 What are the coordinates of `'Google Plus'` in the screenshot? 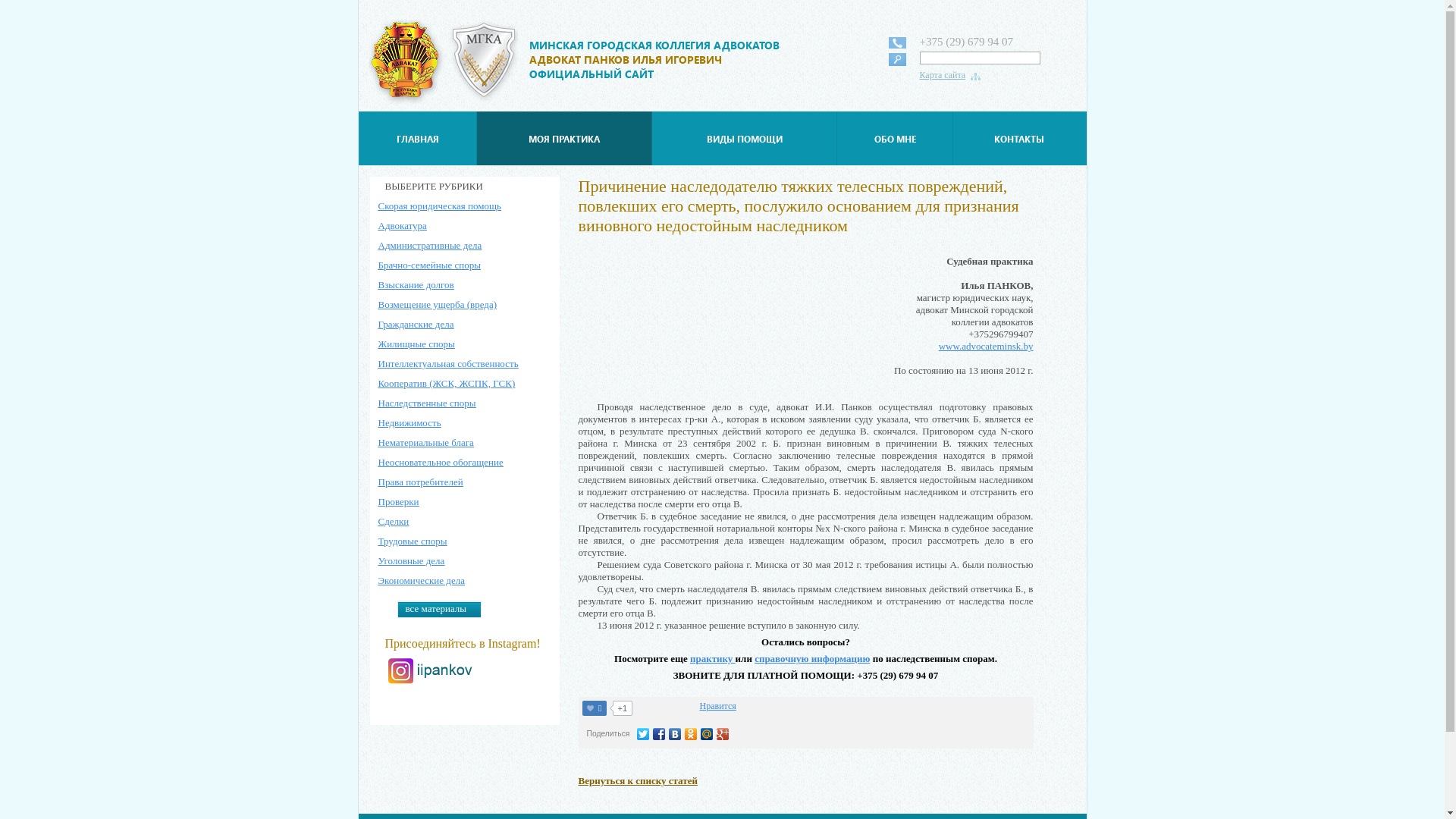 It's located at (722, 733).